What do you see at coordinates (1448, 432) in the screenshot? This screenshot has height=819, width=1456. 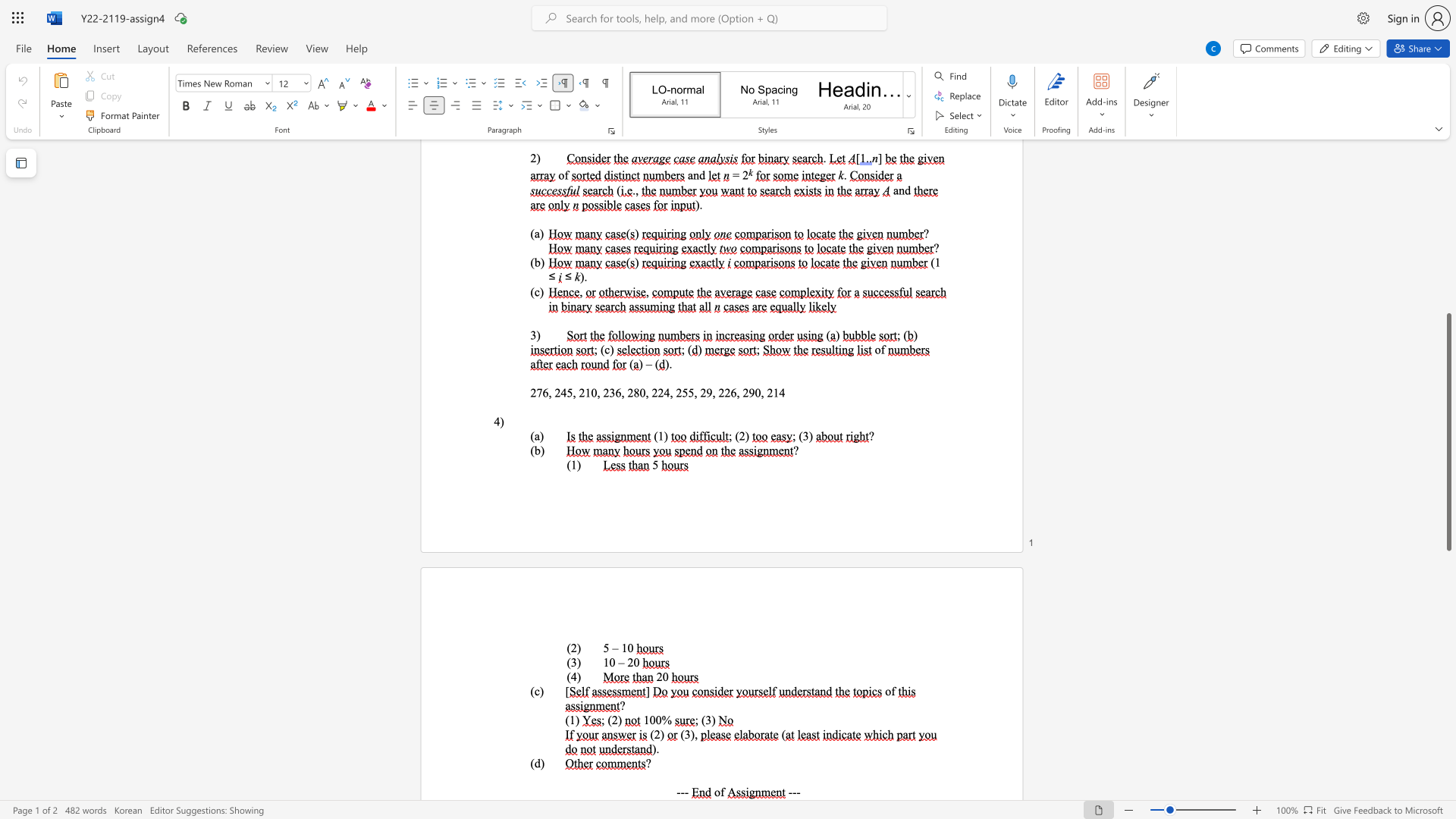 I see `the scrollbar and move up 270 pixels` at bounding box center [1448, 432].